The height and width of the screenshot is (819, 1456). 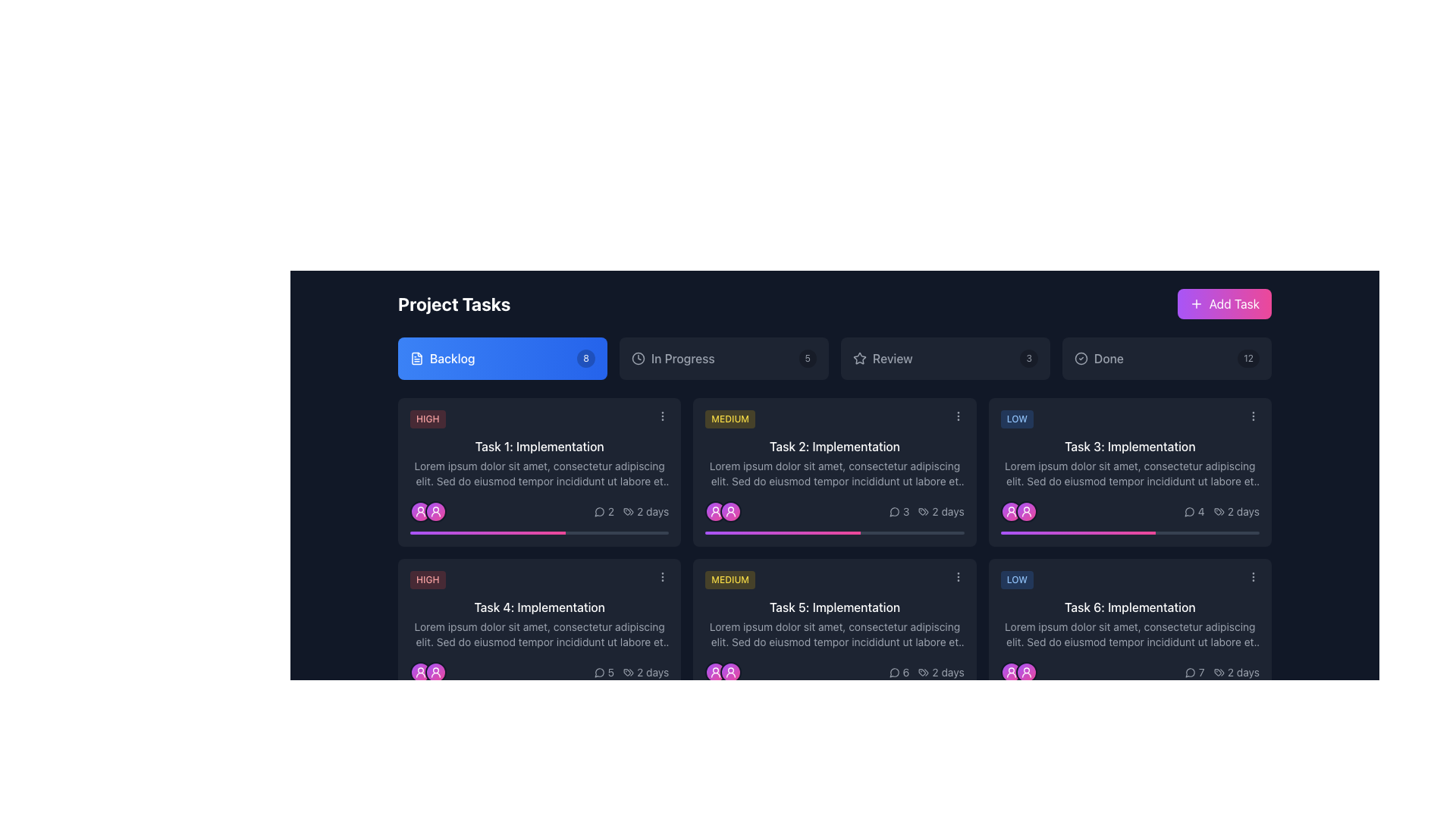 What do you see at coordinates (682, 359) in the screenshot?
I see `the text element displaying the status 'In Progress', which is styled with a medium-weight font and lighter color, located to the right of a circular clock icon in the status bar at the top of the project management interface` at bounding box center [682, 359].